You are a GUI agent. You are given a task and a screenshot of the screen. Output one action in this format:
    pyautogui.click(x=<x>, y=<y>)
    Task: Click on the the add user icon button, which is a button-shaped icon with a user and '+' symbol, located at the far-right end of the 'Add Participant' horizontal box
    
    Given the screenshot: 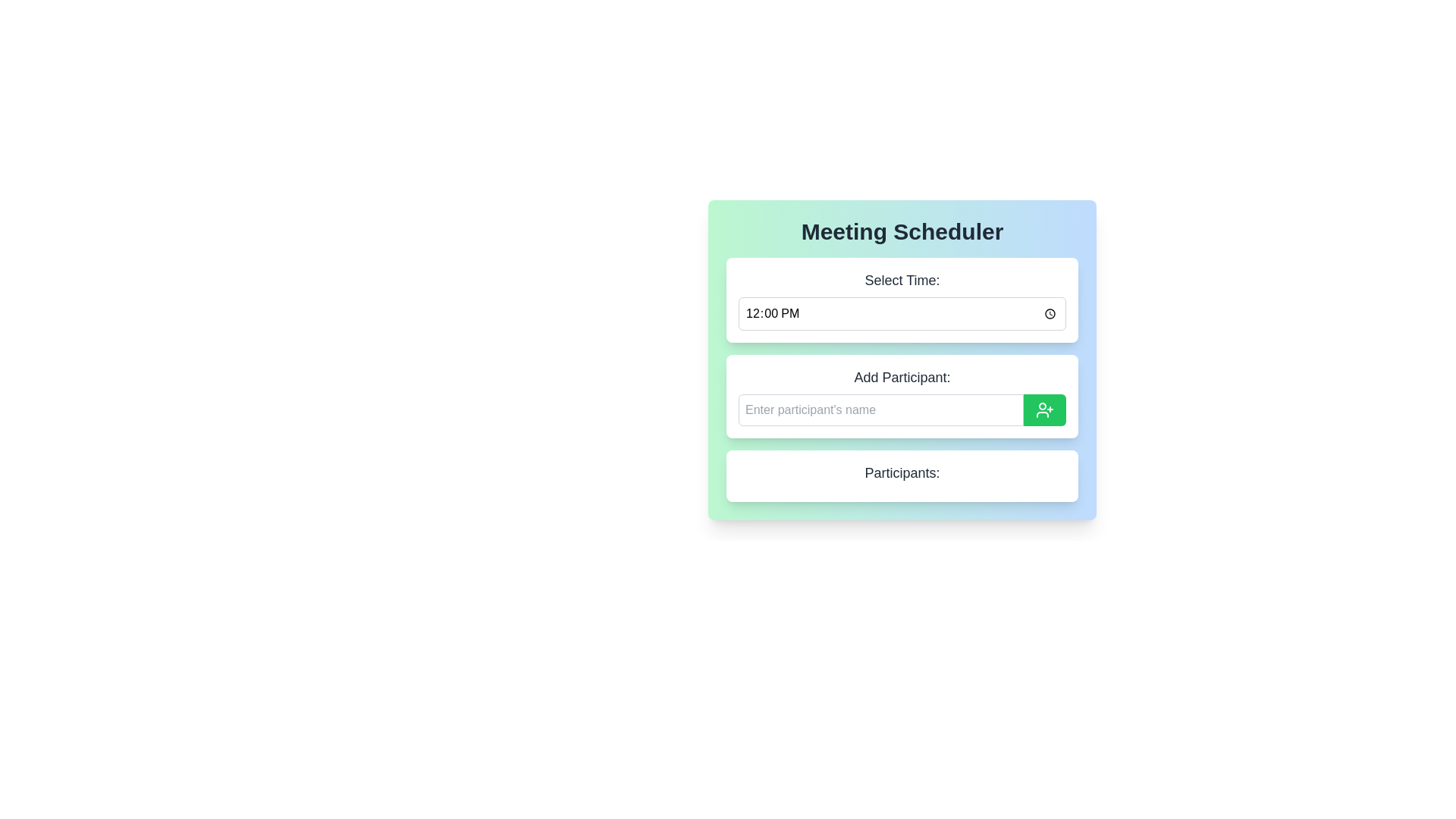 What is the action you would take?
    pyautogui.click(x=1043, y=409)
    